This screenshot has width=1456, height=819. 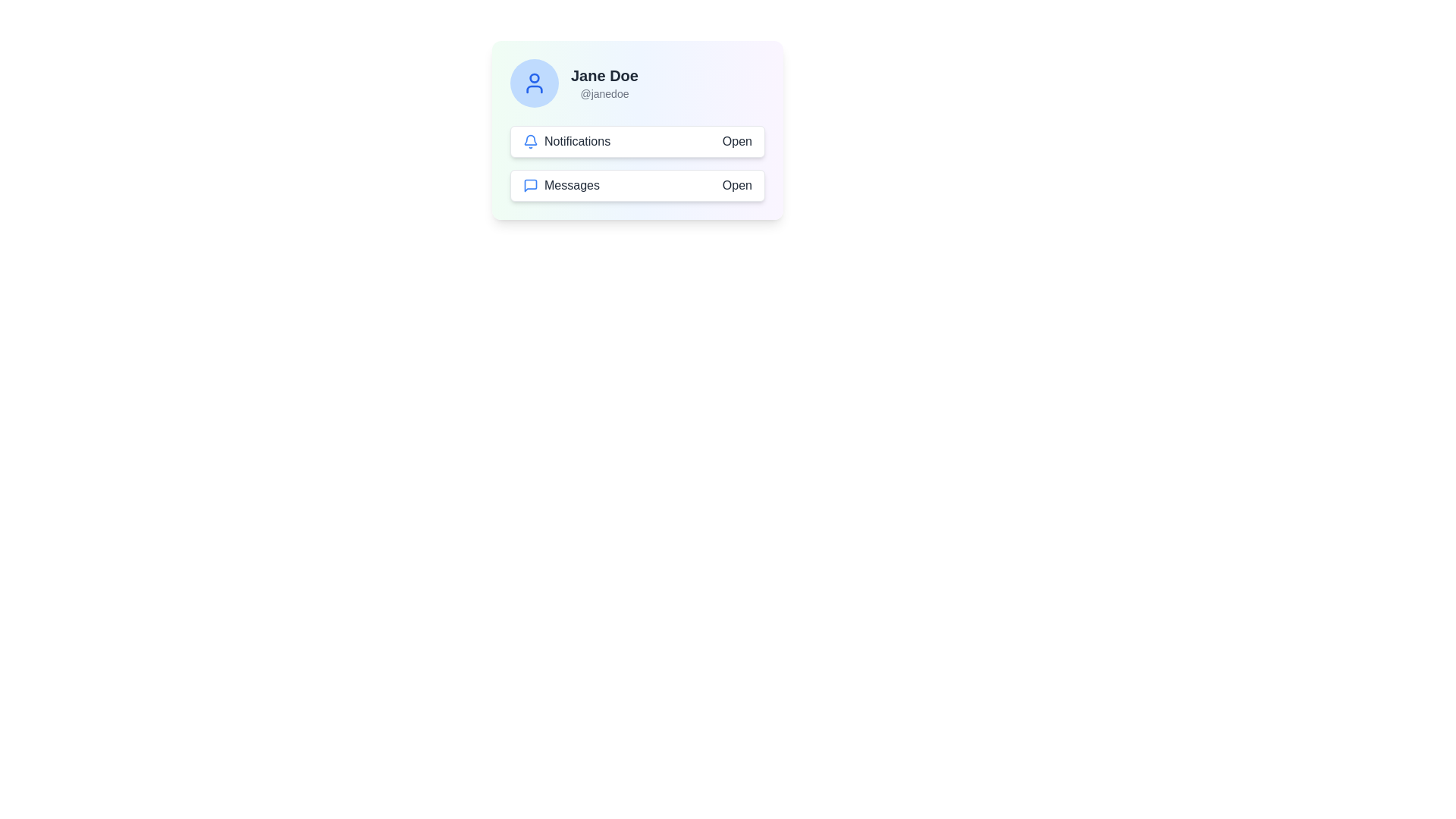 I want to click on the static text label displaying 'Open' that is styled with a dark text color and located to the right of the 'Notifications' entry, so click(x=737, y=141).